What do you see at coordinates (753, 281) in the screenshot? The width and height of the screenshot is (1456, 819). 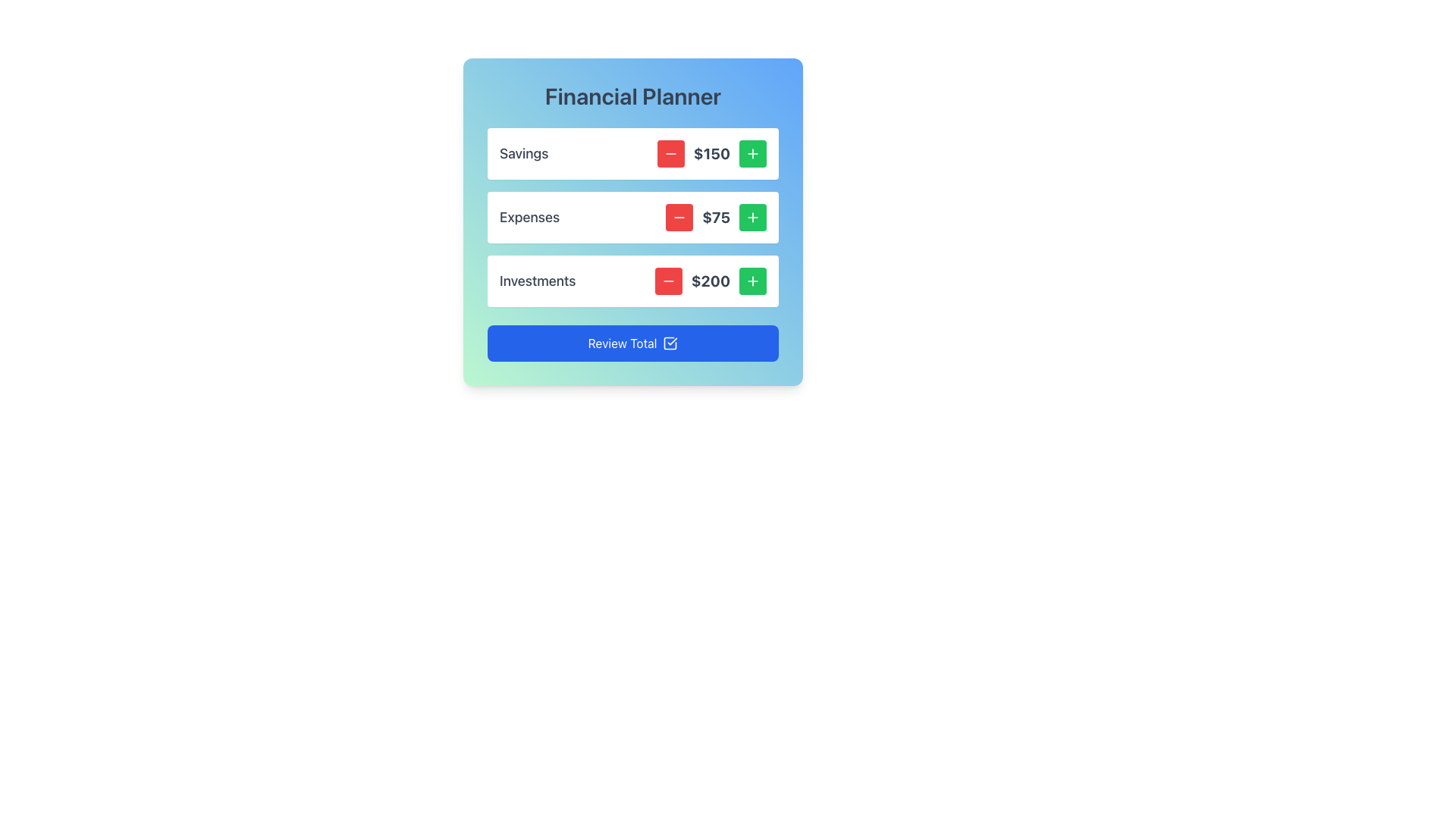 I see `the green button in the 'Investments' row located to the far right of the text '$200' to increment the 'Investments' value` at bounding box center [753, 281].